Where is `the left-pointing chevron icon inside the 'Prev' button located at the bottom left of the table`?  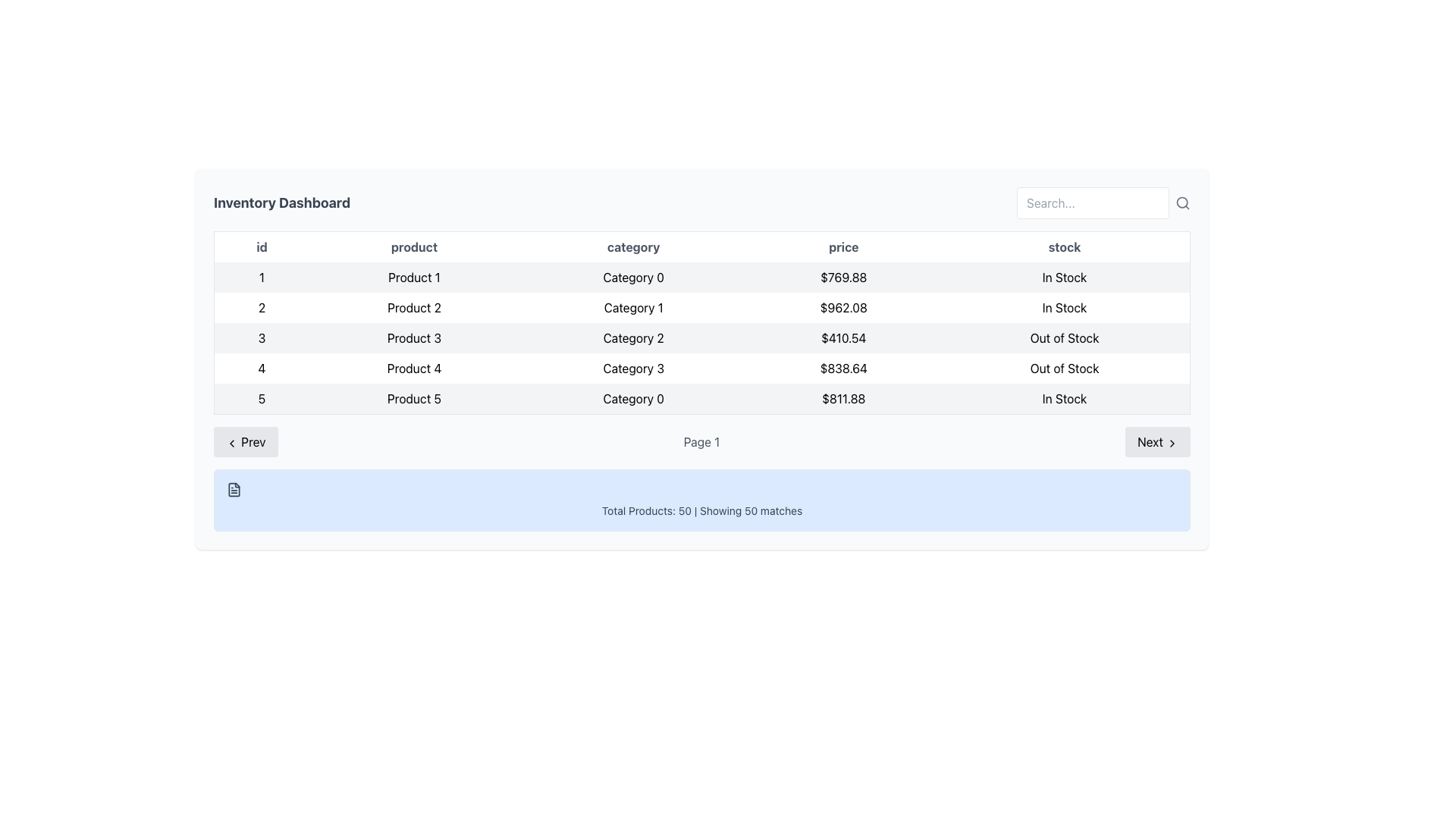 the left-pointing chevron icon inside the 'Prev' button located at the bottom left of the table is located at coordinates (231, 442).